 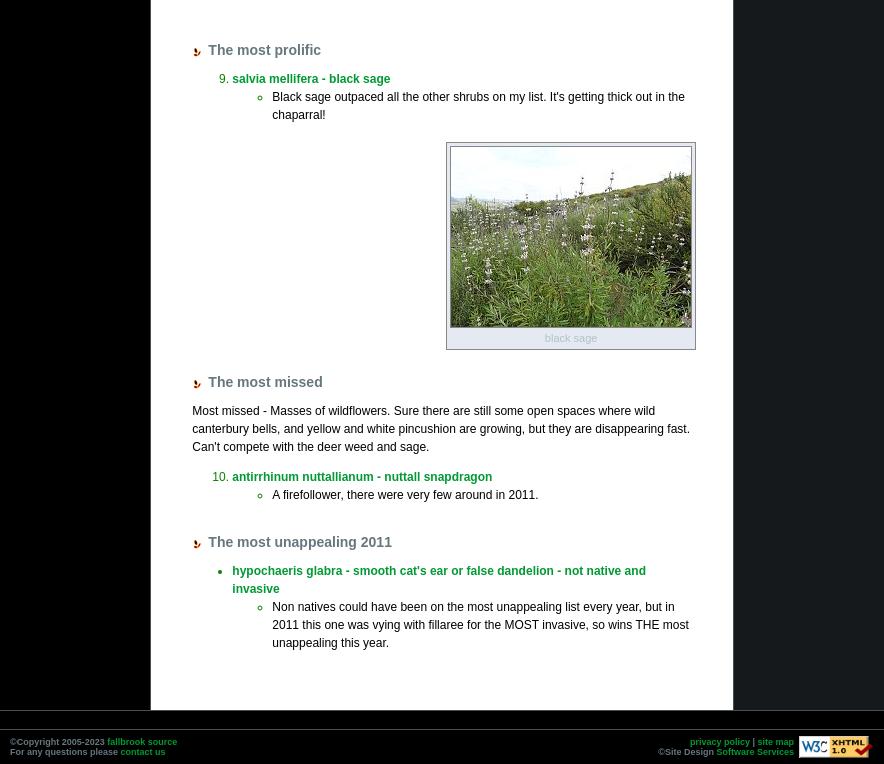 I want to click on 'hypochaeris 
glabra - smooth cat's ear or false dandelion - not native and invasive', so click(x=437, y=578).